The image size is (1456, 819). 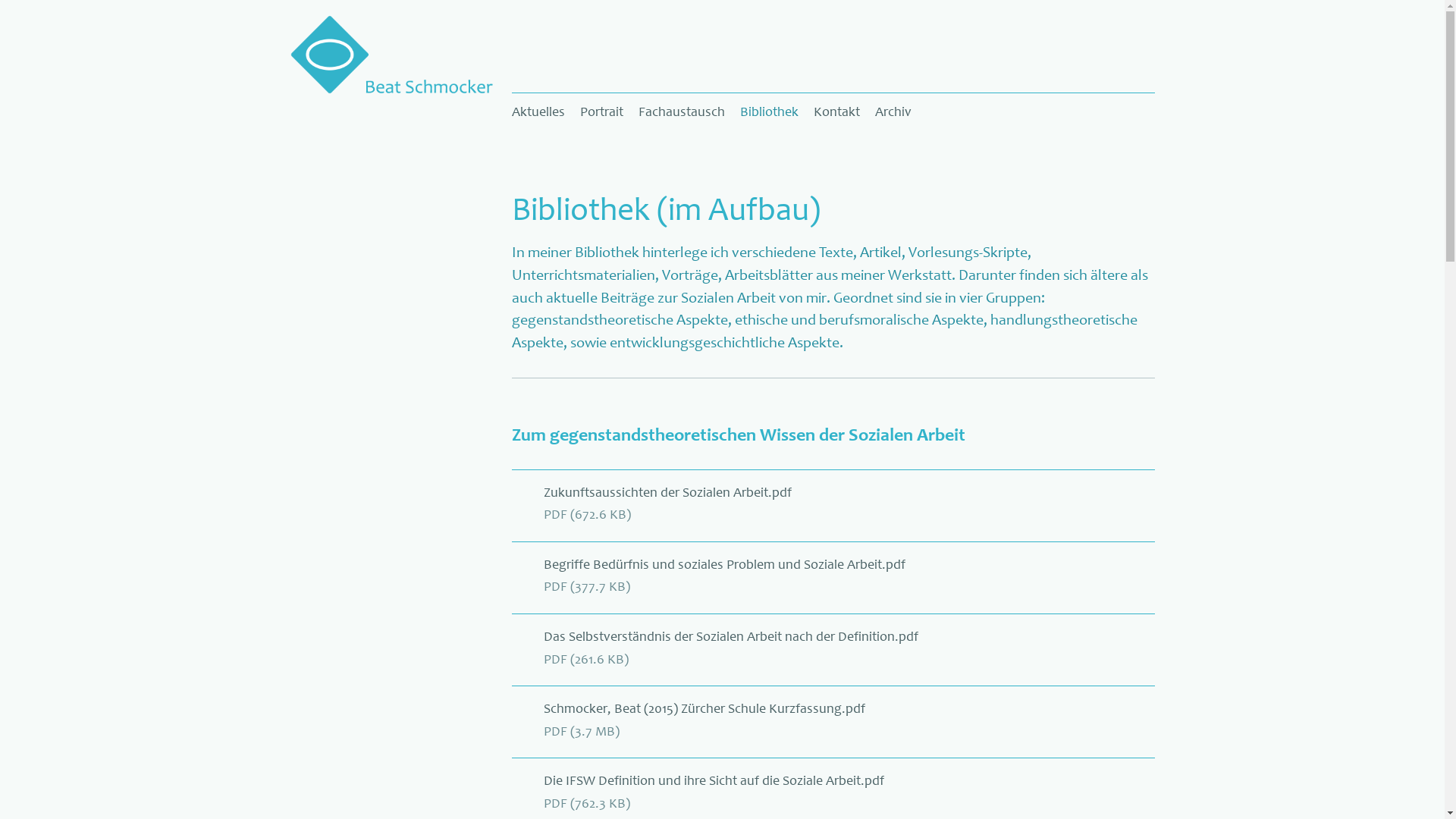 What do you see at coordinates (512, 111) in the screenshot?
I see `'Aktuelles'` at bounding box center [512, 111].